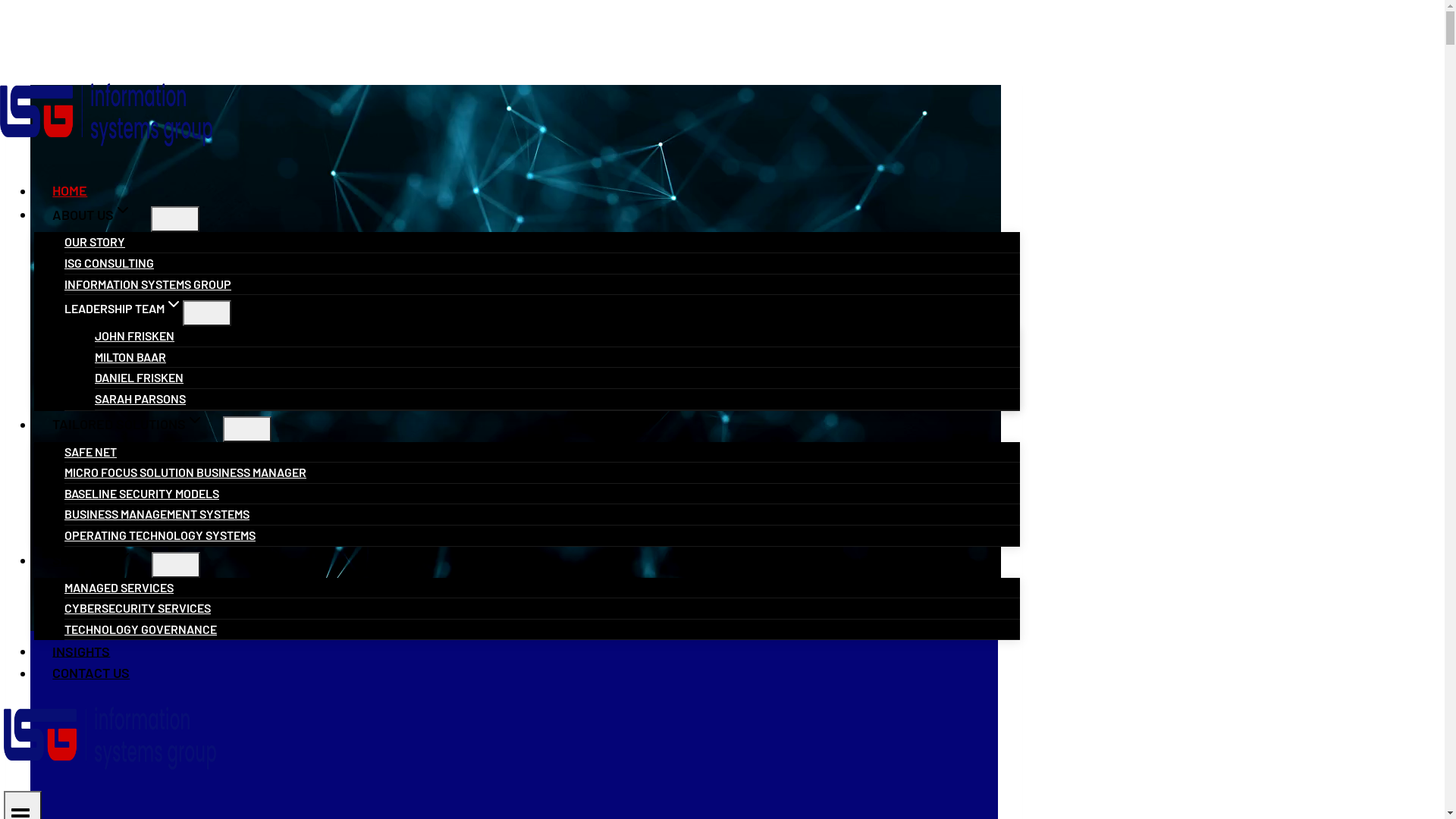 This screenshot has height=819, width=1456. I want to click on 'SERVICESEXPAND', so click(92, 559).